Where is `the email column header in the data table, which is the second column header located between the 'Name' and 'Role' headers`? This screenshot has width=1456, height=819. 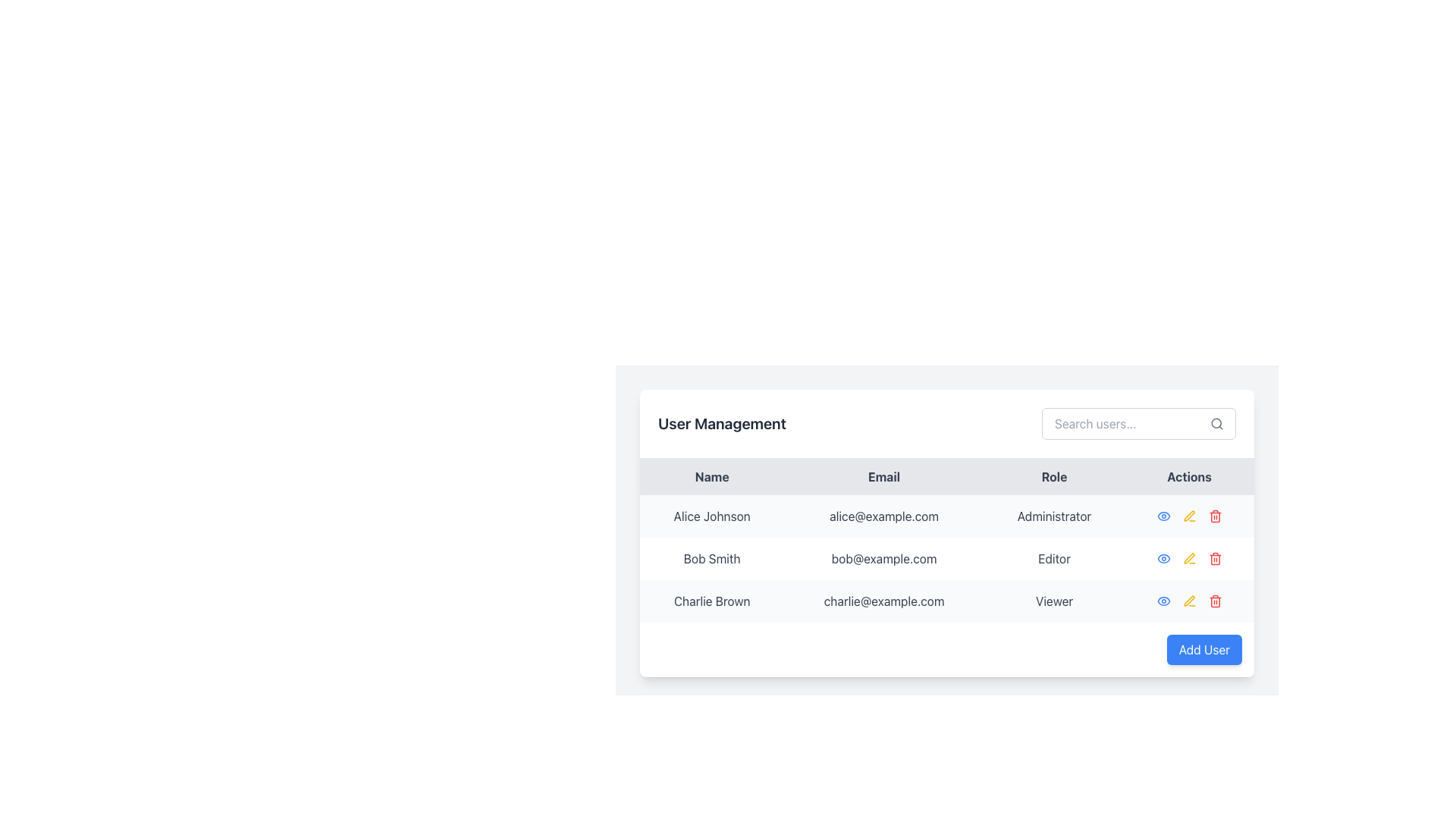
the email column header in the data table, which is the second column header located between the 'Name' and 'Role' headers is located at coordinates (884, 475).